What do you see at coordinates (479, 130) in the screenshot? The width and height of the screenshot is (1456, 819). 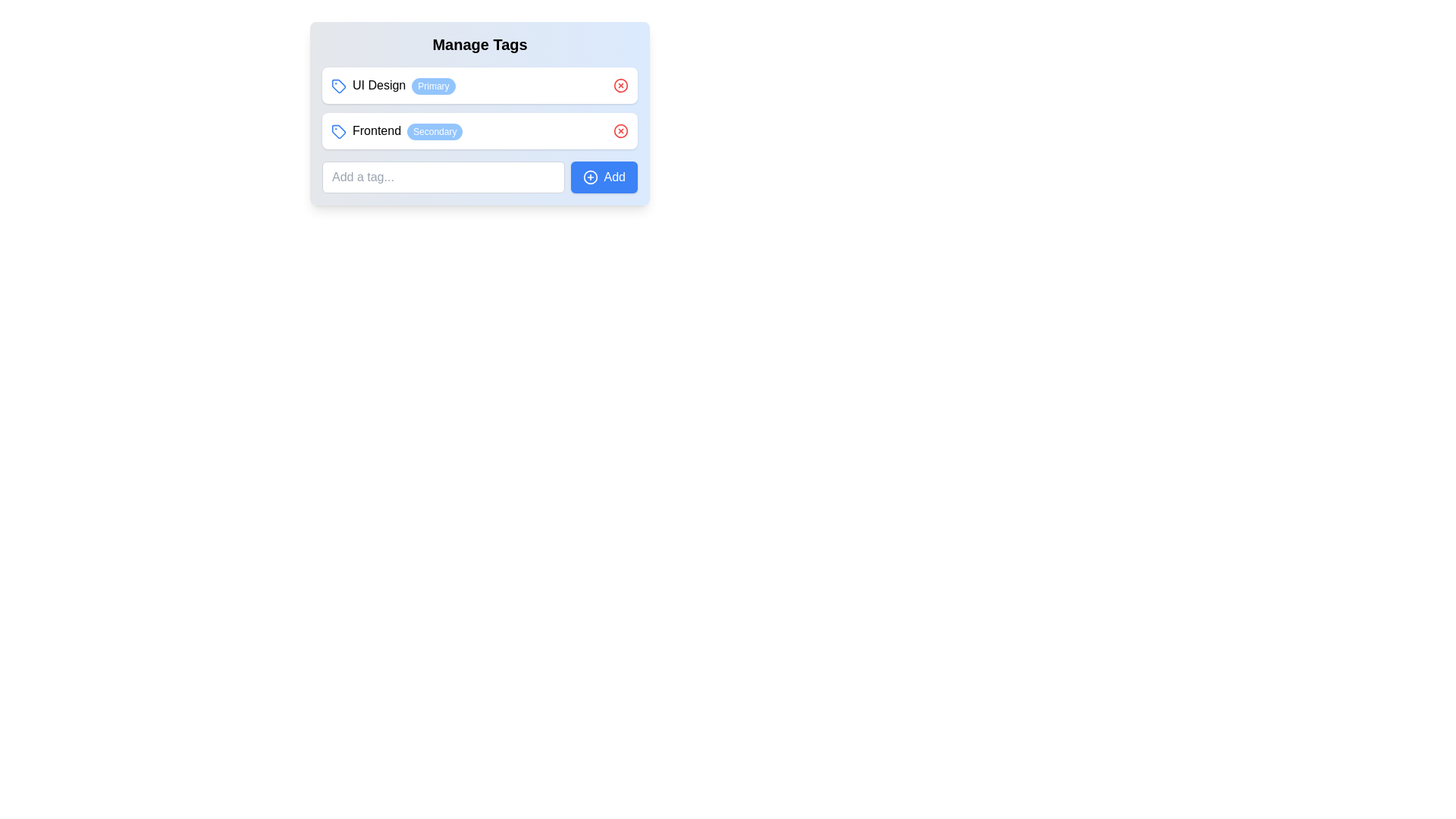 I see `the Informational Tag Group which is the second entry under the 'Manage Tags' section, featuring a blue tag icon, bold text 'Frontend', a blue badge labeled 'Secondary', and a red cross icon` at bounding box center [479, 130].